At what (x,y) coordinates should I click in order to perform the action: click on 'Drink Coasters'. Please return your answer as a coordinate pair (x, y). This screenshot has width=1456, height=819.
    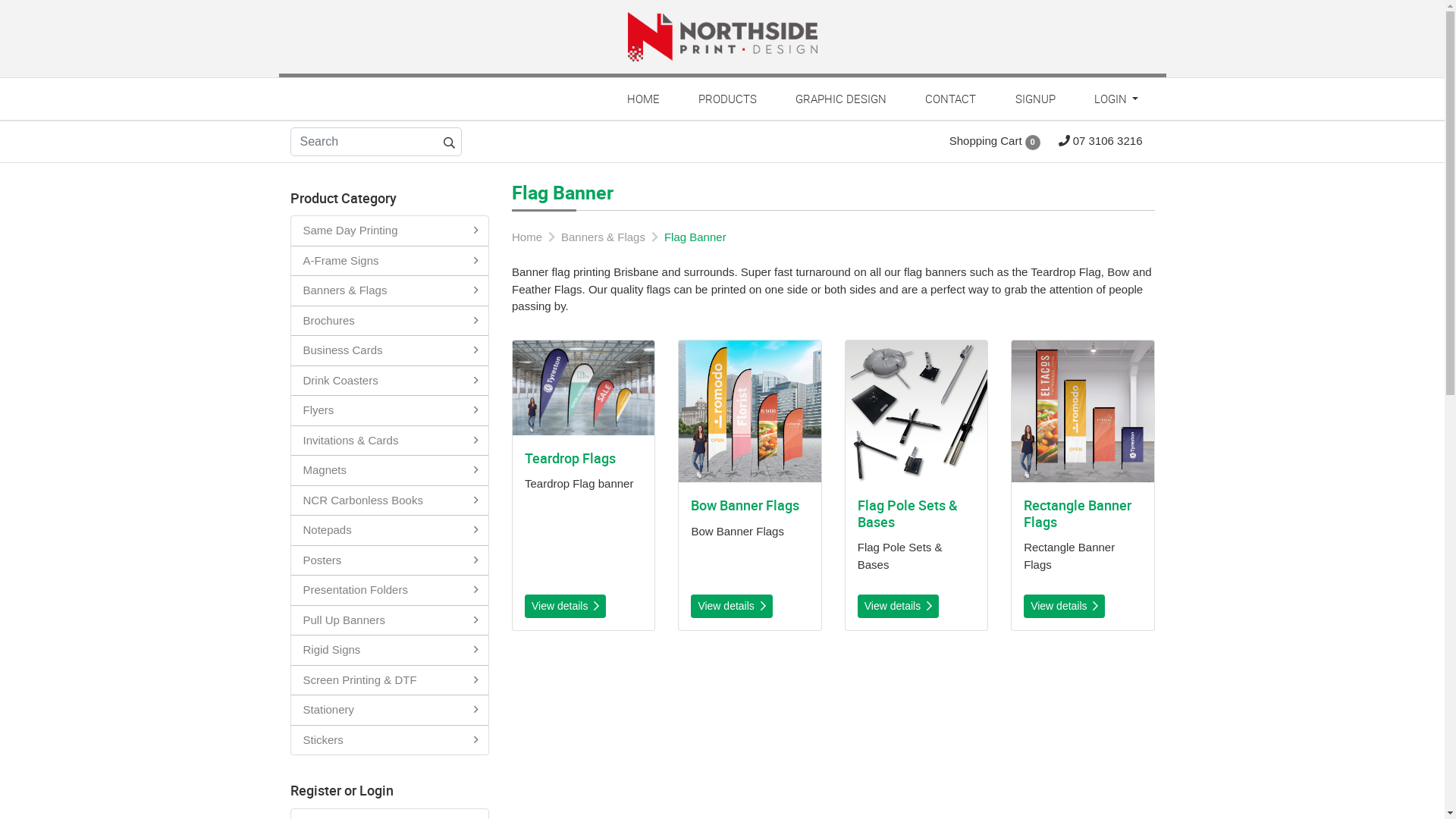
    Looking at the image, I should click on (390, 380).